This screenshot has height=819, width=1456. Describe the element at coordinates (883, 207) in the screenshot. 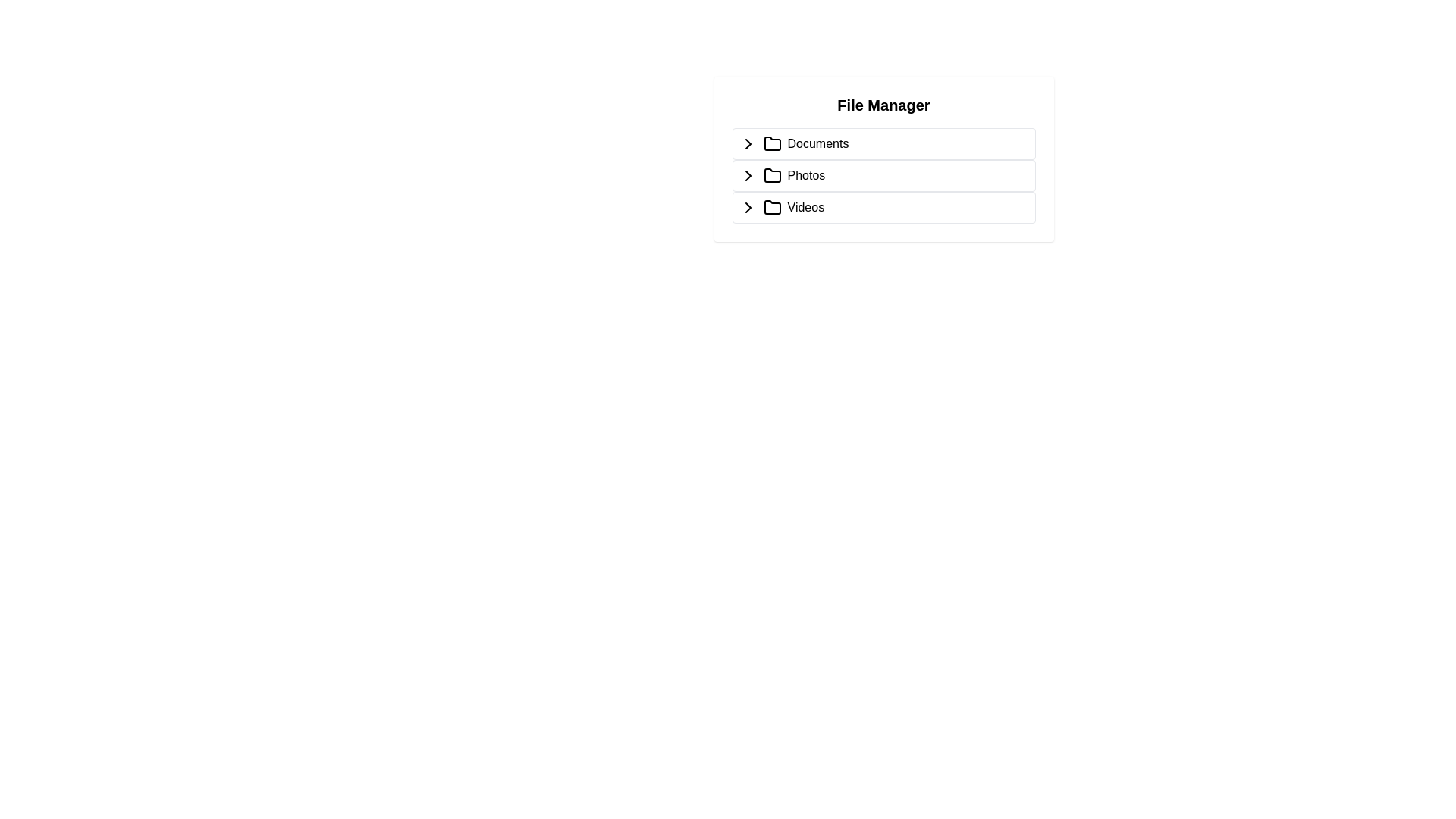

I see `the 'Videos' category list item in the File Manager interface, which is the third entry in the list` at that location.